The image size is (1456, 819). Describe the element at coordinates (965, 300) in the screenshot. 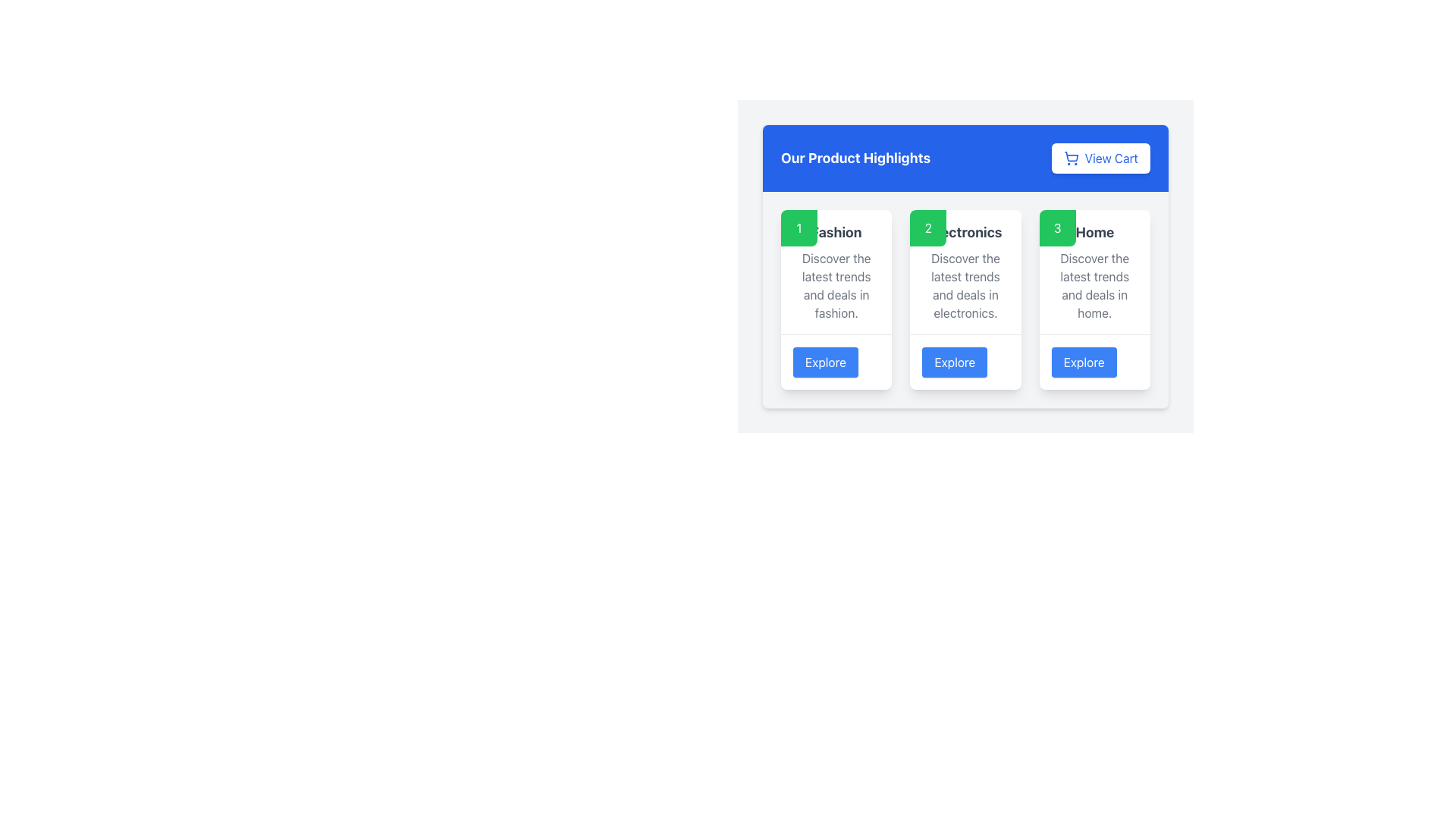

I see `the 'Explore' button on the Electronics card, which is the second card in the grid layout under 'Our Product Highlights'` at that location.